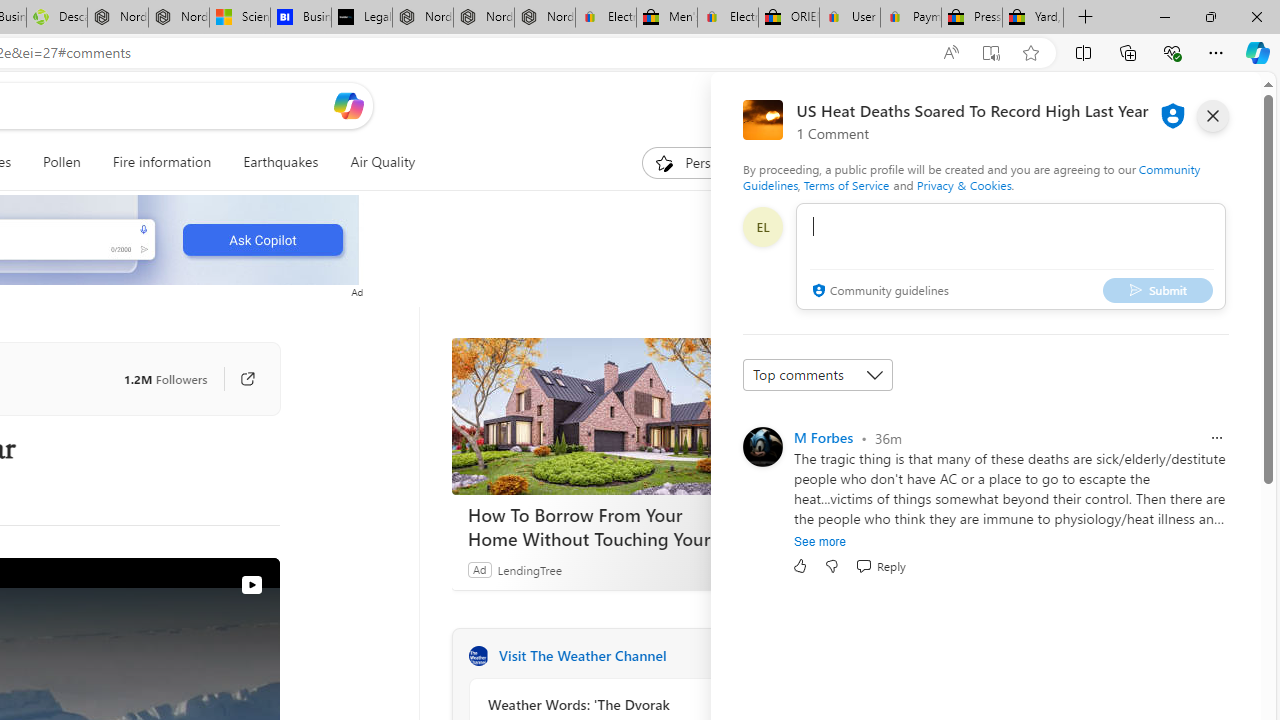 The image size is (1280, 720). Describe the element at coordinates (909, 52) in the screenshot. I see `'Read aloud this page (Ctrl+Shift+U)'` at that location.